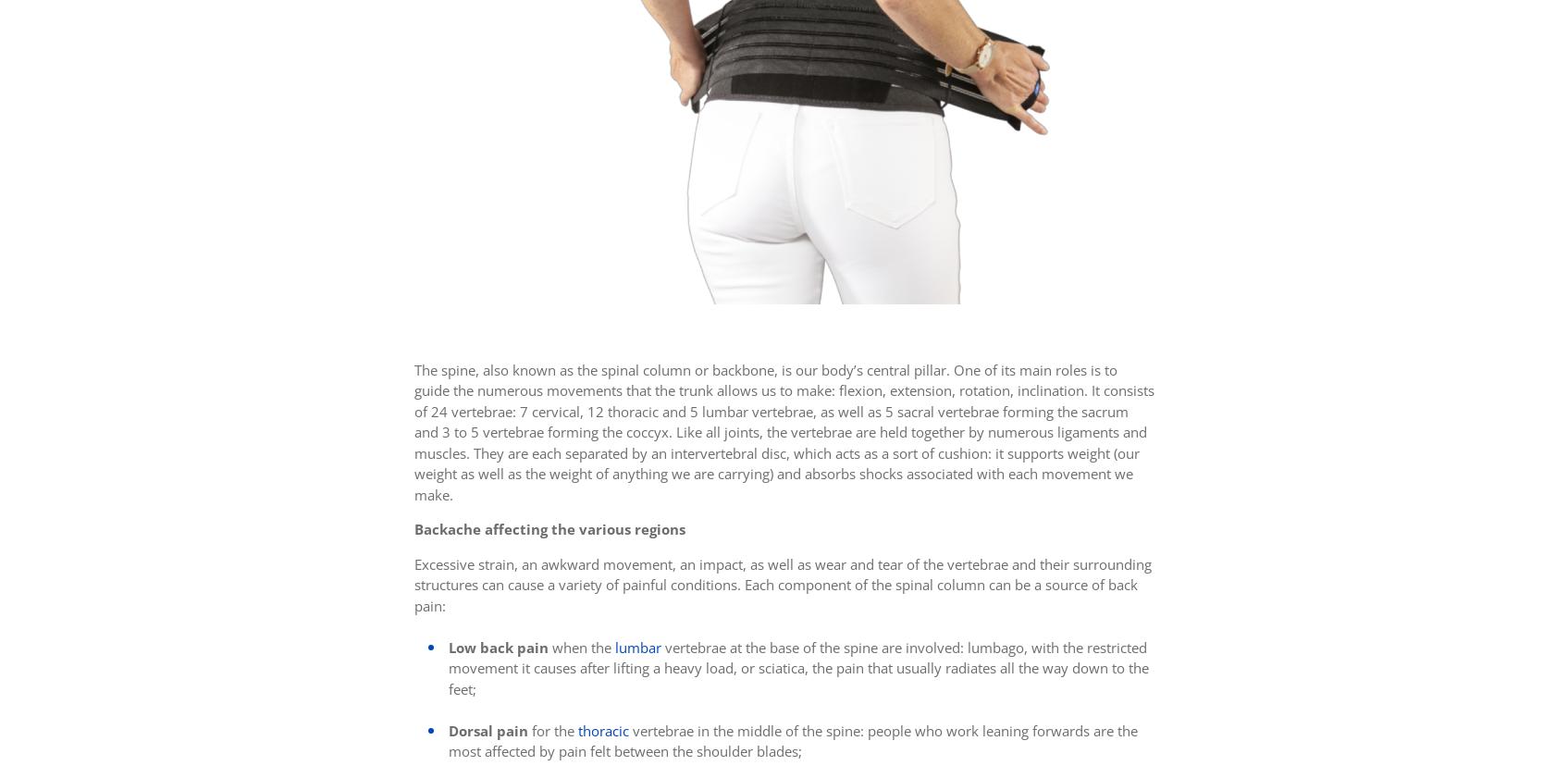 This screenshot has height=778, width=1568. Describe the element at coordinates (499, 647) in the screenshot. I see `'Low back pain'` at that location.